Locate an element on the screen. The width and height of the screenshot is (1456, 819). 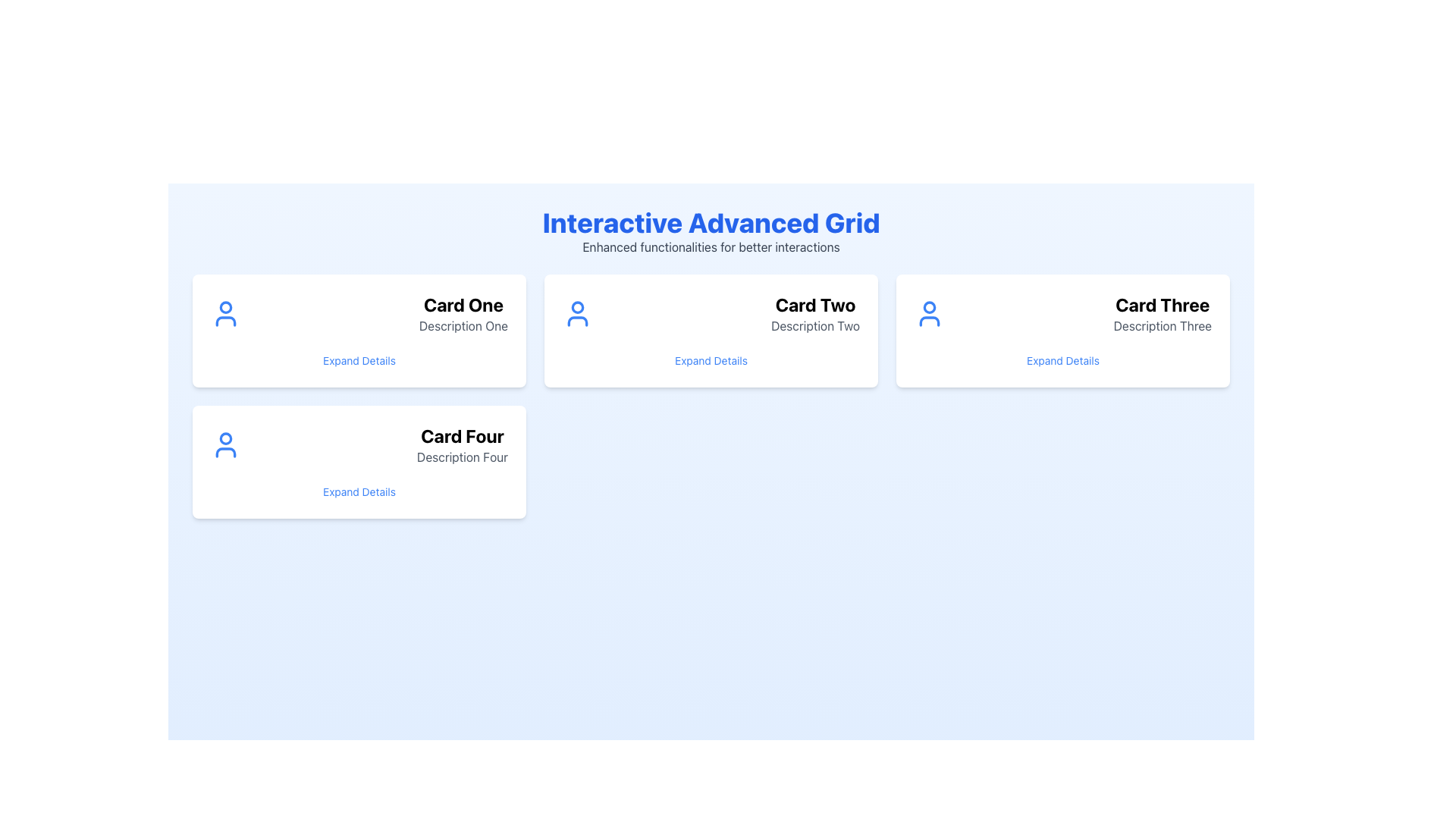
the title text label located in the top-right card of the grid layout, positioned above 'Description Two' is located at coordinates (814, 304).